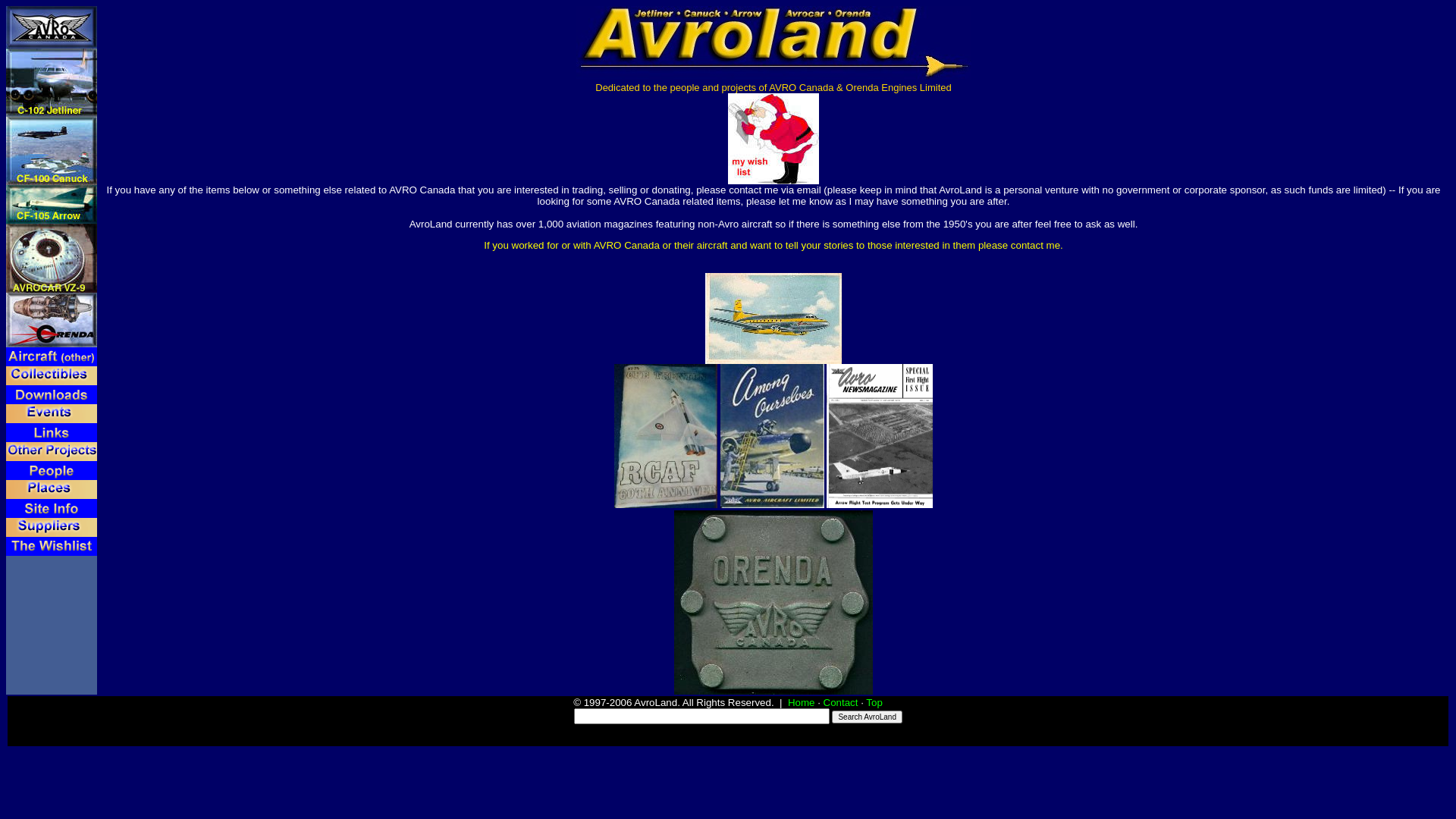  Describe the element at coordinates (866, 702) in the screenshot. I see `'Top'` at that location.